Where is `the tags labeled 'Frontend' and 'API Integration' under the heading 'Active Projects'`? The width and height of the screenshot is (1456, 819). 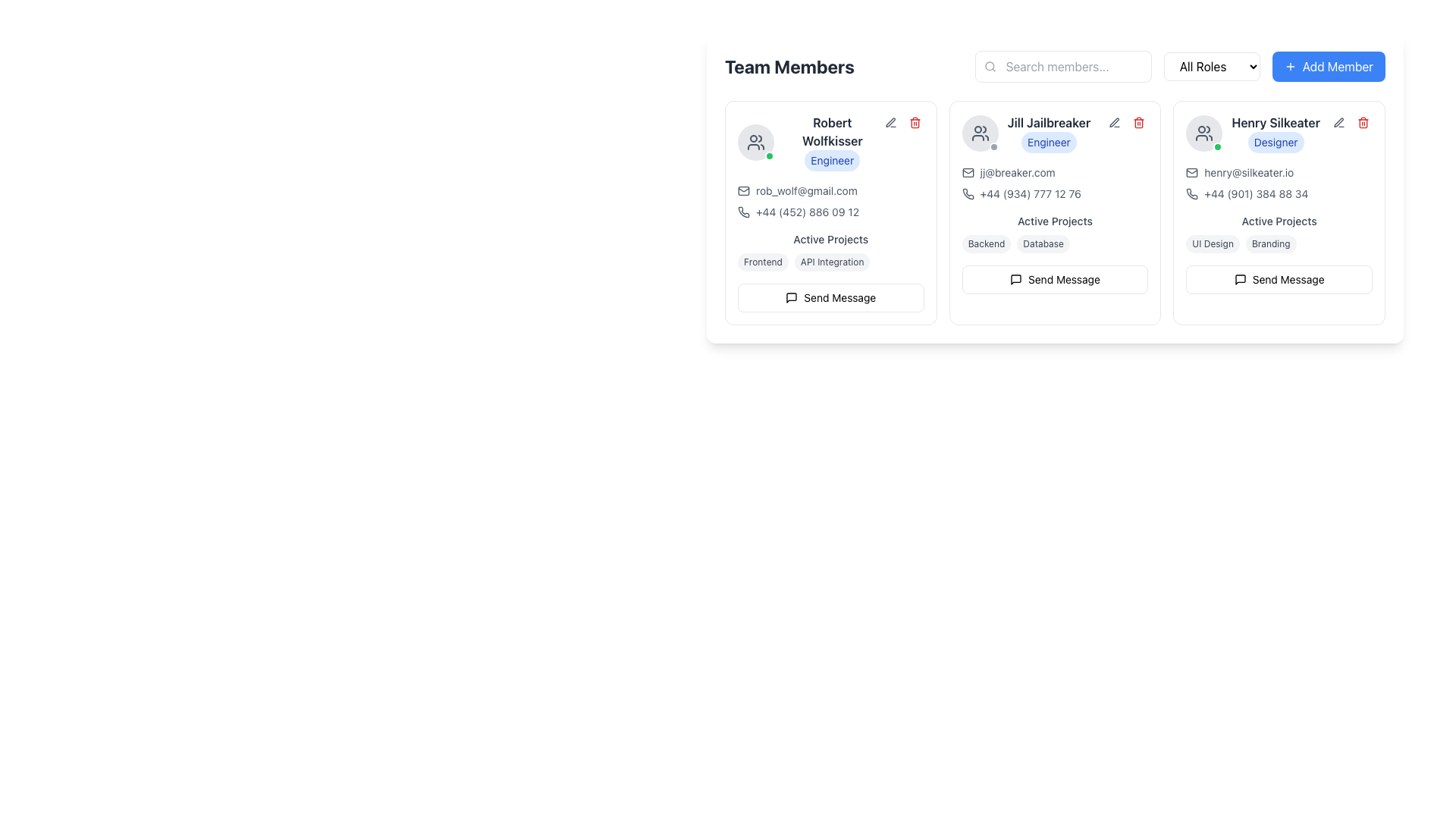 the tags labeled 'Frontend' and 'API Integration' under the heading 'Active Projects' is located at coordinates (830, 250).